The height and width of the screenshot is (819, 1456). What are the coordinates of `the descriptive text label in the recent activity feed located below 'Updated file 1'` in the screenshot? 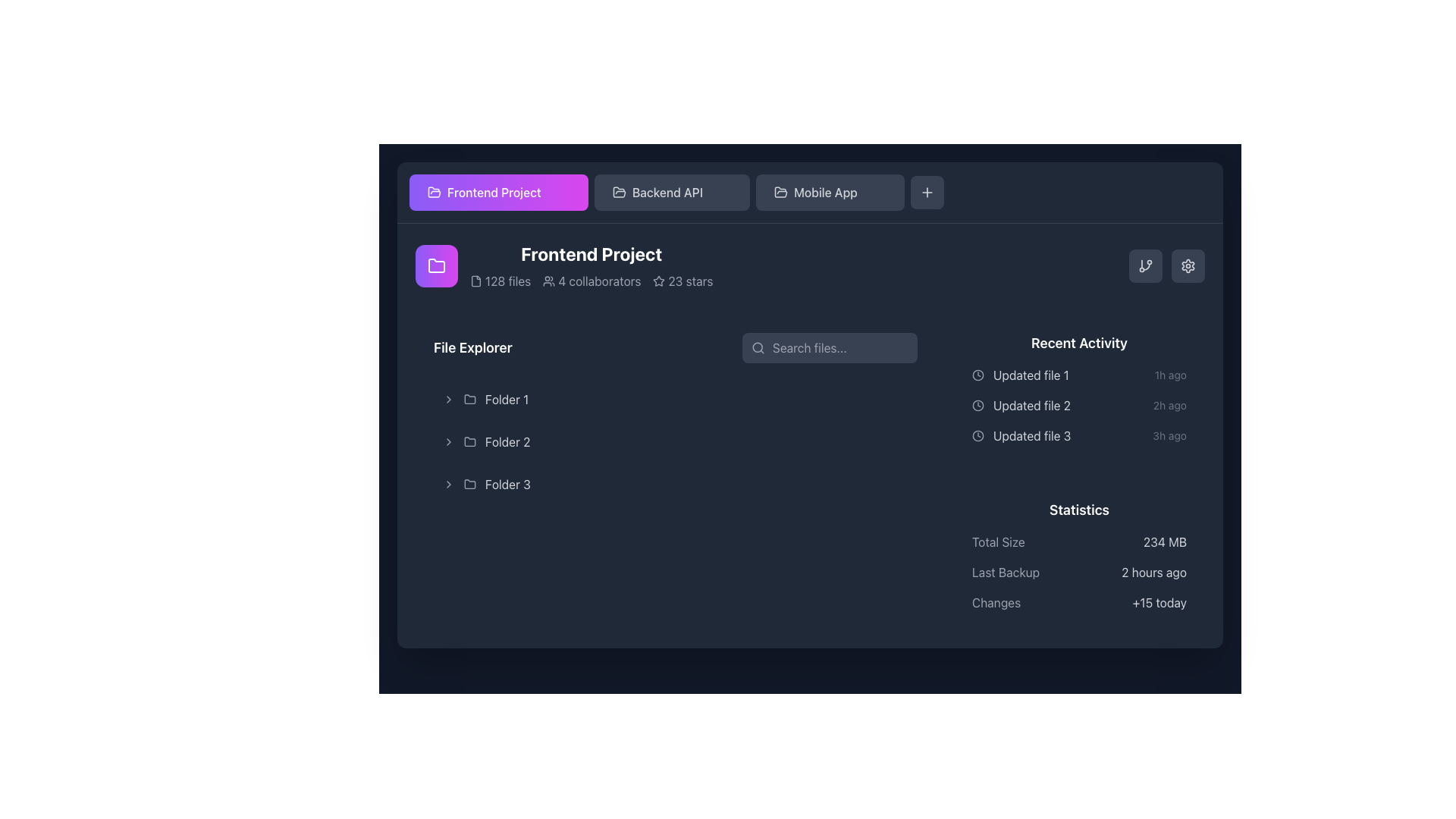 It's located at (1031, 405).